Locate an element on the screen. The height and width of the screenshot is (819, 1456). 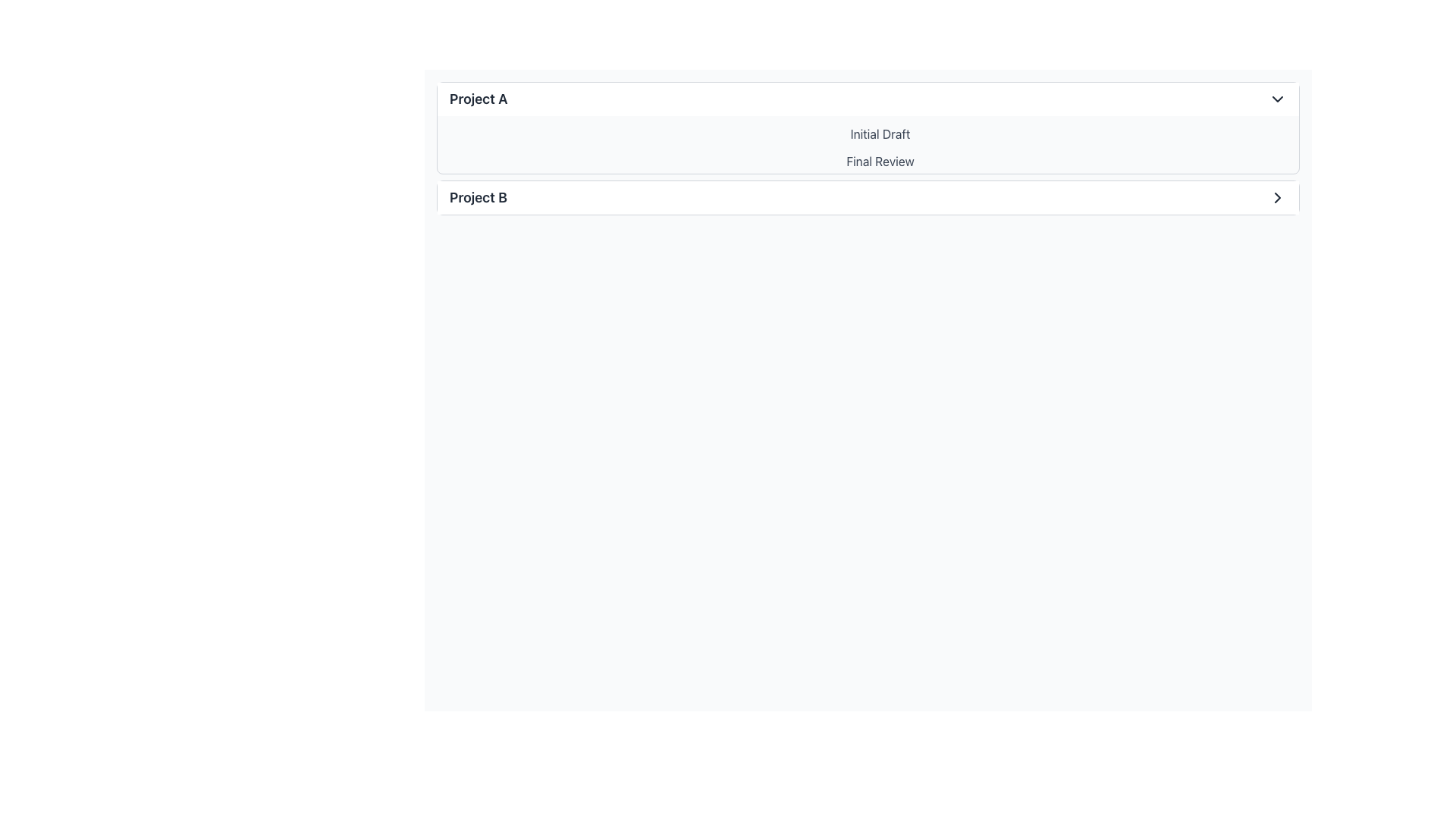
the 'Project B' text label, which is bold and larger than surrounding texts is located at coordinates (478, 197).